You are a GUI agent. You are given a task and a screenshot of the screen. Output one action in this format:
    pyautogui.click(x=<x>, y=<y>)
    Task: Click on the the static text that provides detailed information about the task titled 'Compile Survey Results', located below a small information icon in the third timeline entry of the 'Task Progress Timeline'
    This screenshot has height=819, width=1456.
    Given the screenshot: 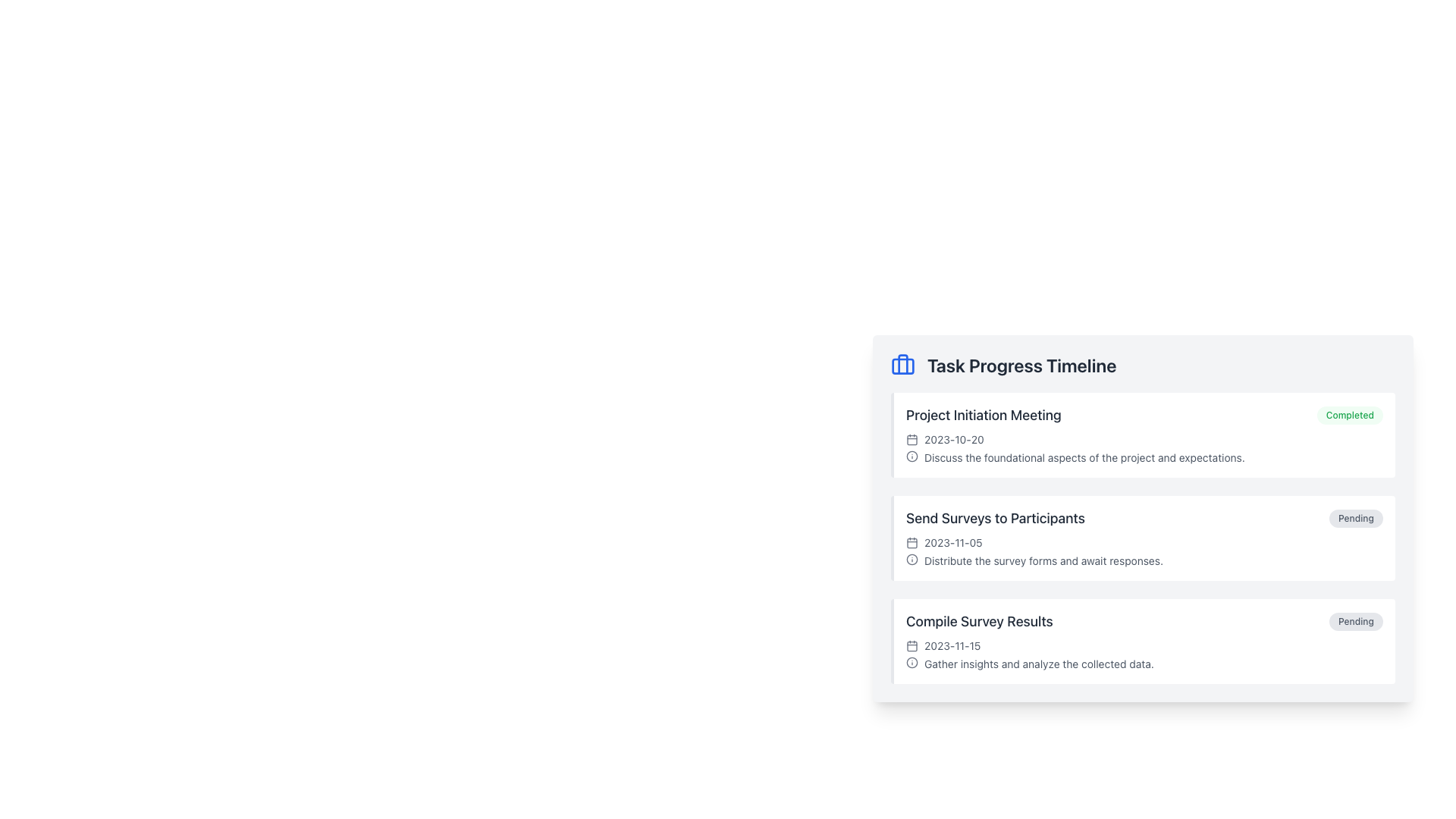 What is the action you would take?
    pyautogui.click(x=1038, y=663)
    